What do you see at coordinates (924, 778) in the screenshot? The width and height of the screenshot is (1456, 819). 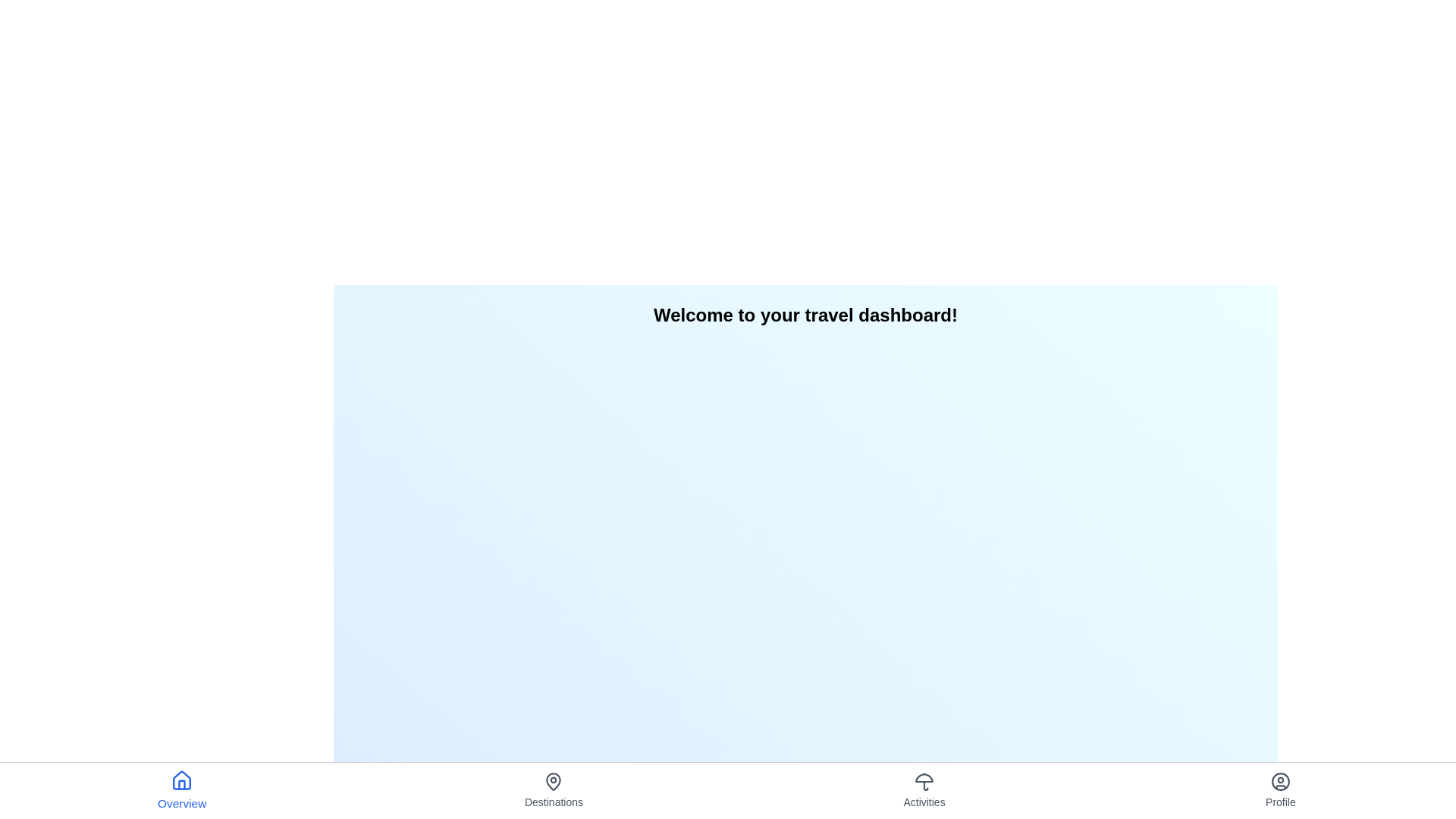 I see `the top curved line of the umbrella icon located in the middle of the 'Activities' tab in the bottom navigation bar` at bounding box center [924, 778].